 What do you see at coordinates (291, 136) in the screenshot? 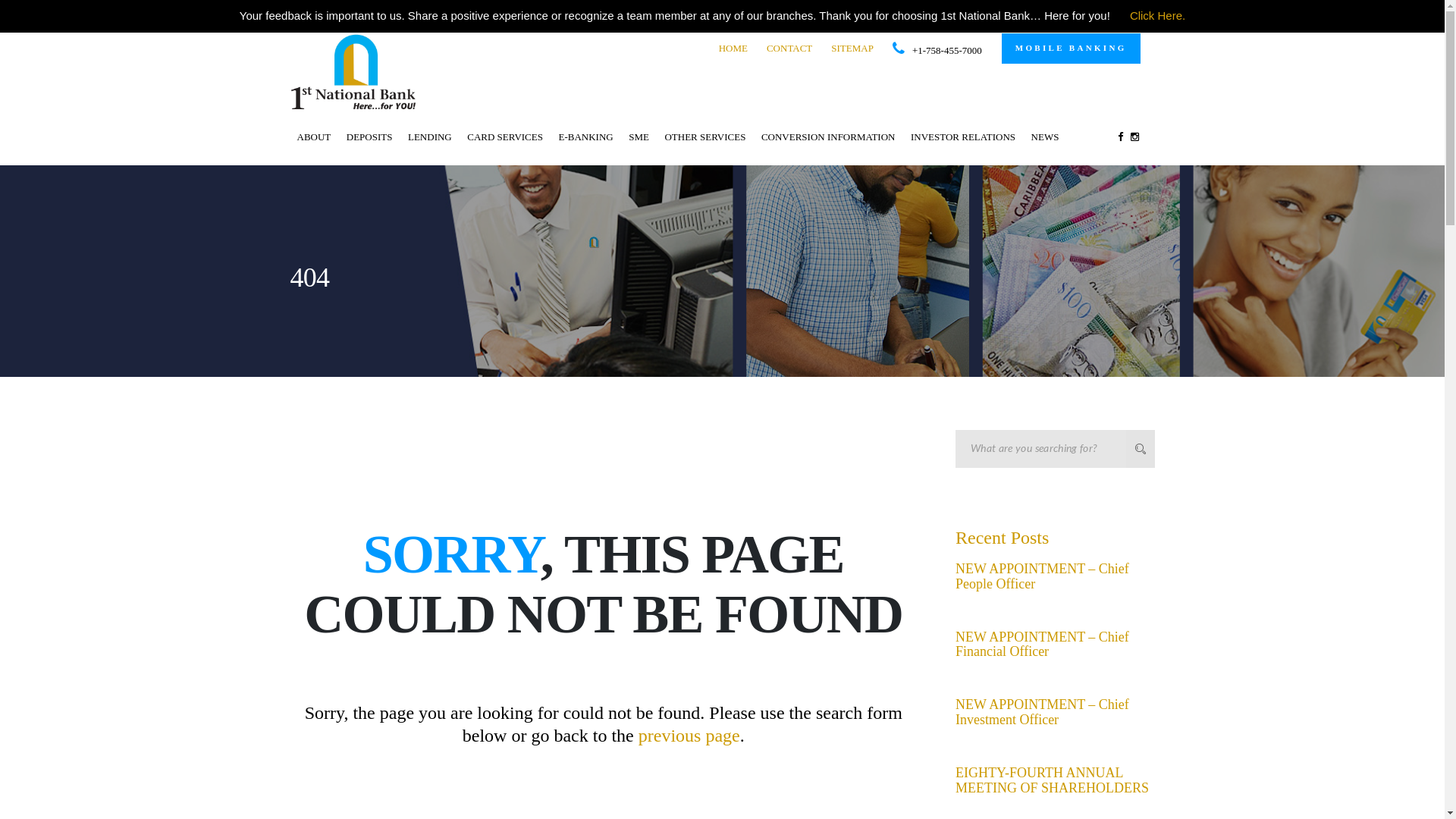
I see `'ABOUT'` at bounding box center [291, 136].